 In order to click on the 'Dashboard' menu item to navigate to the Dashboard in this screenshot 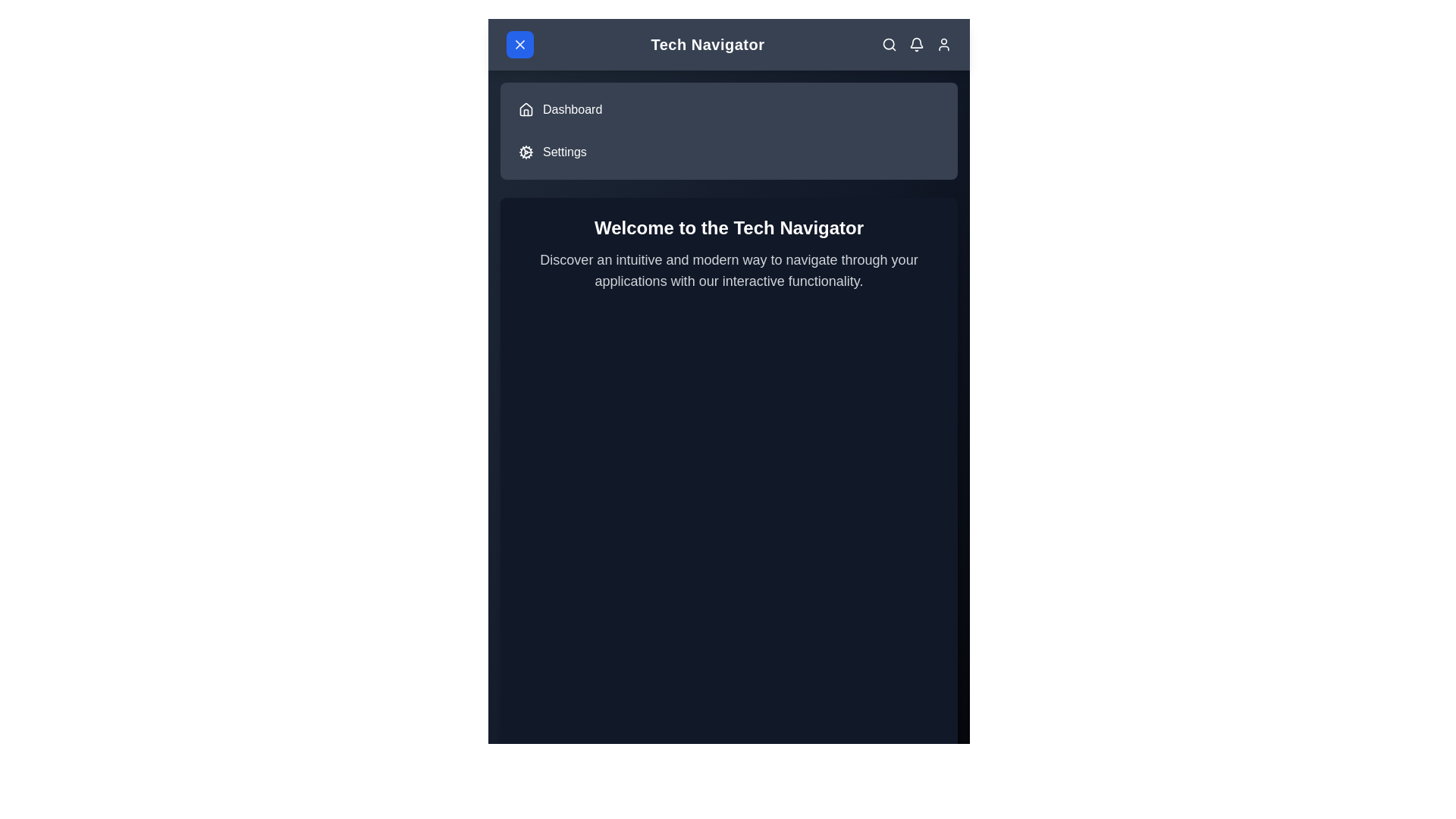, I will do `click(571, 109)`.